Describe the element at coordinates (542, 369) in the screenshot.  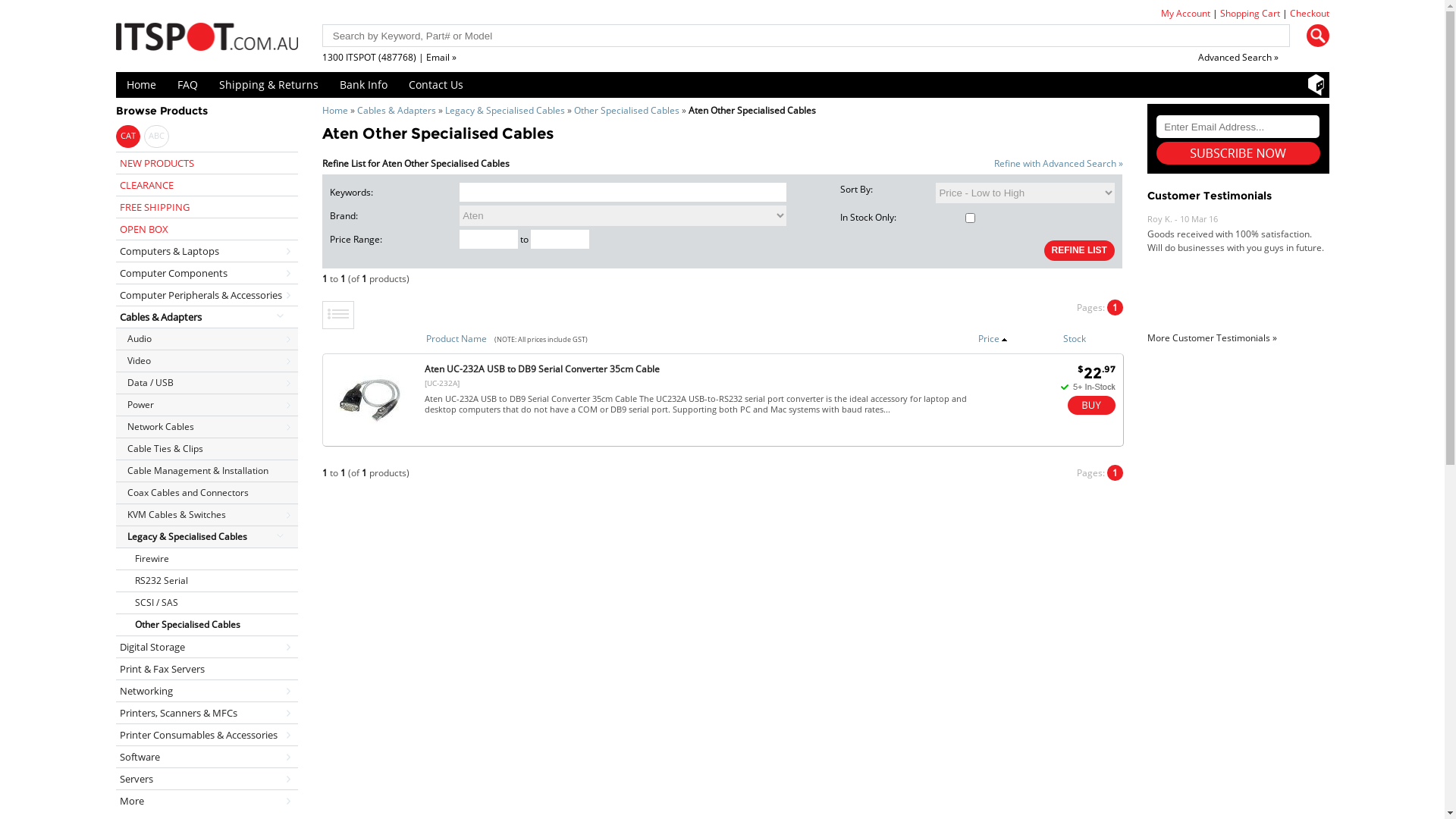
I see `'Aten UC-232A USB to DB9 Serial Converter 35cm Cable'` at that location.